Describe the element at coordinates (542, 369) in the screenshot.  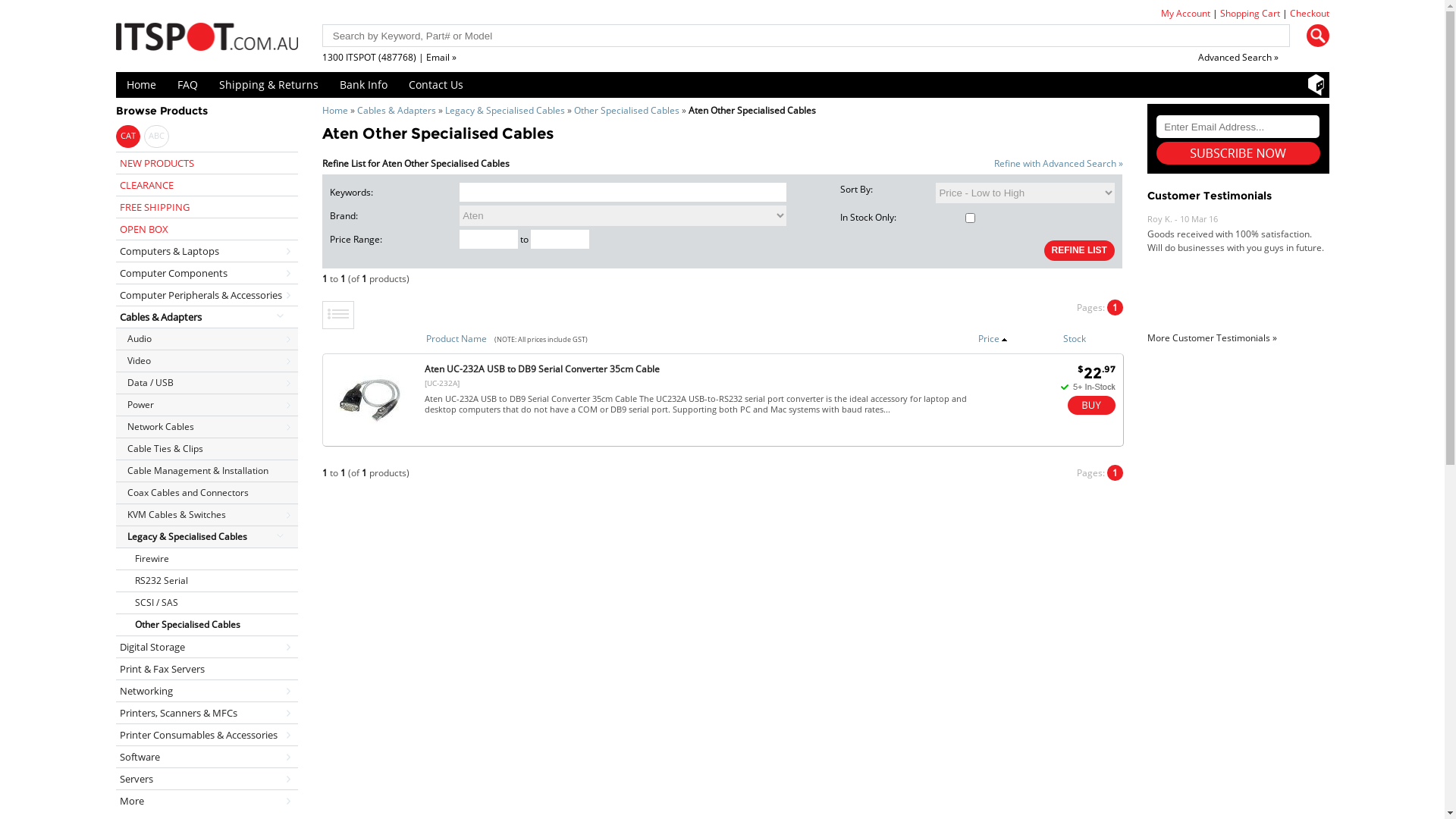
I see `'Aten UC-232A USB to DB9 Serial Converter 35cm Cable'` at that location.